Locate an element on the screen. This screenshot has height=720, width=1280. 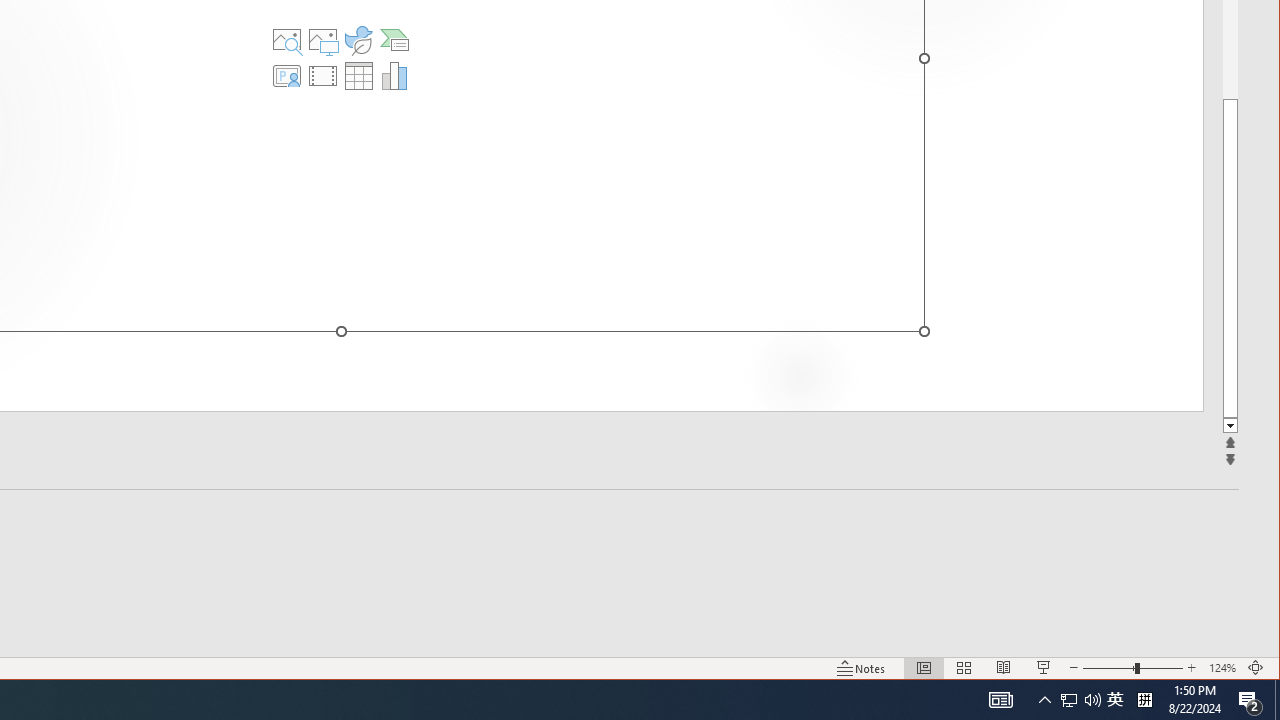
'Insert Cameo' is located at coordinates (286, 74).